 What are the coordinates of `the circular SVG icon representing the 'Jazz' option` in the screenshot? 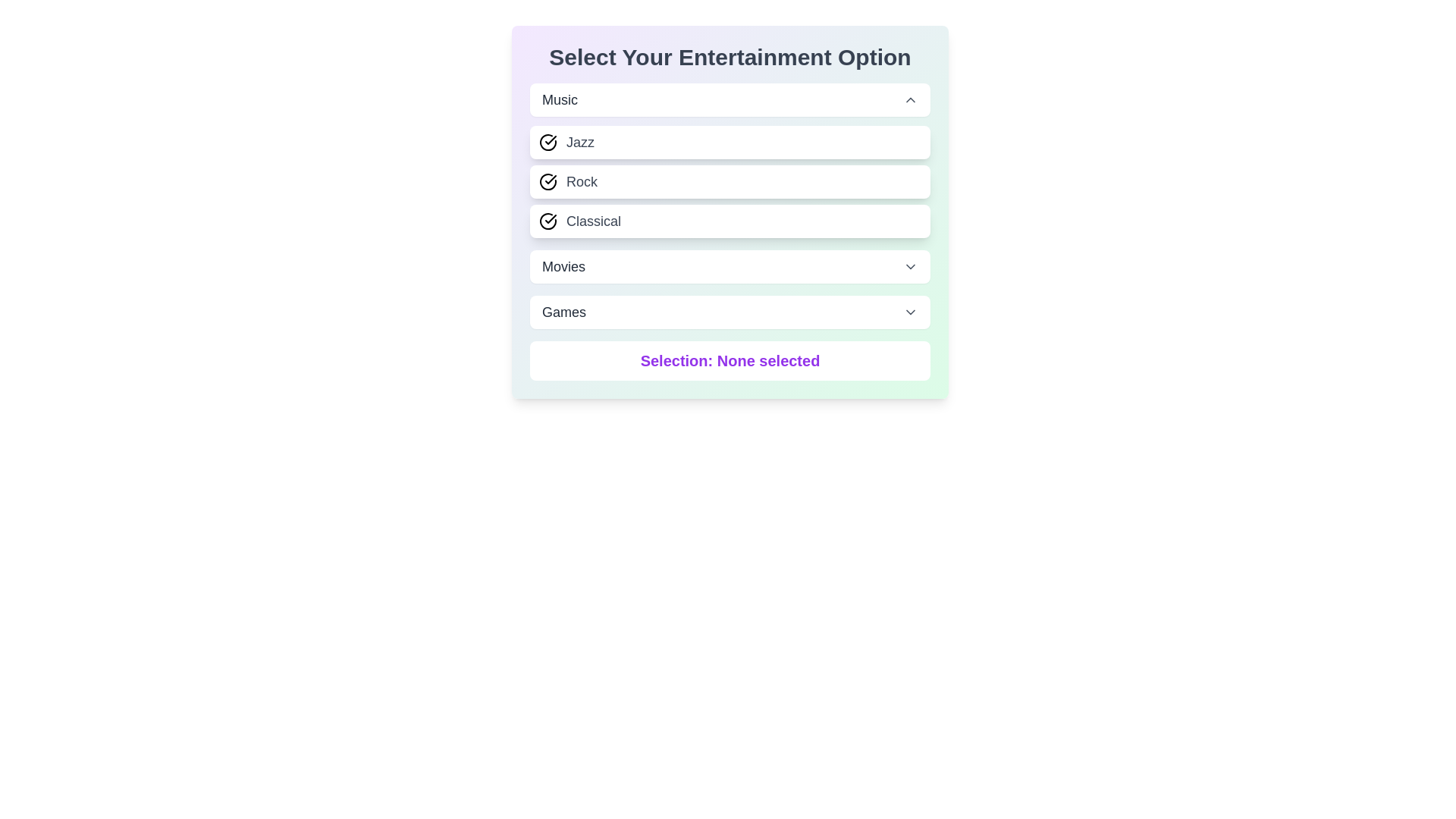 It's located at (548, 143).